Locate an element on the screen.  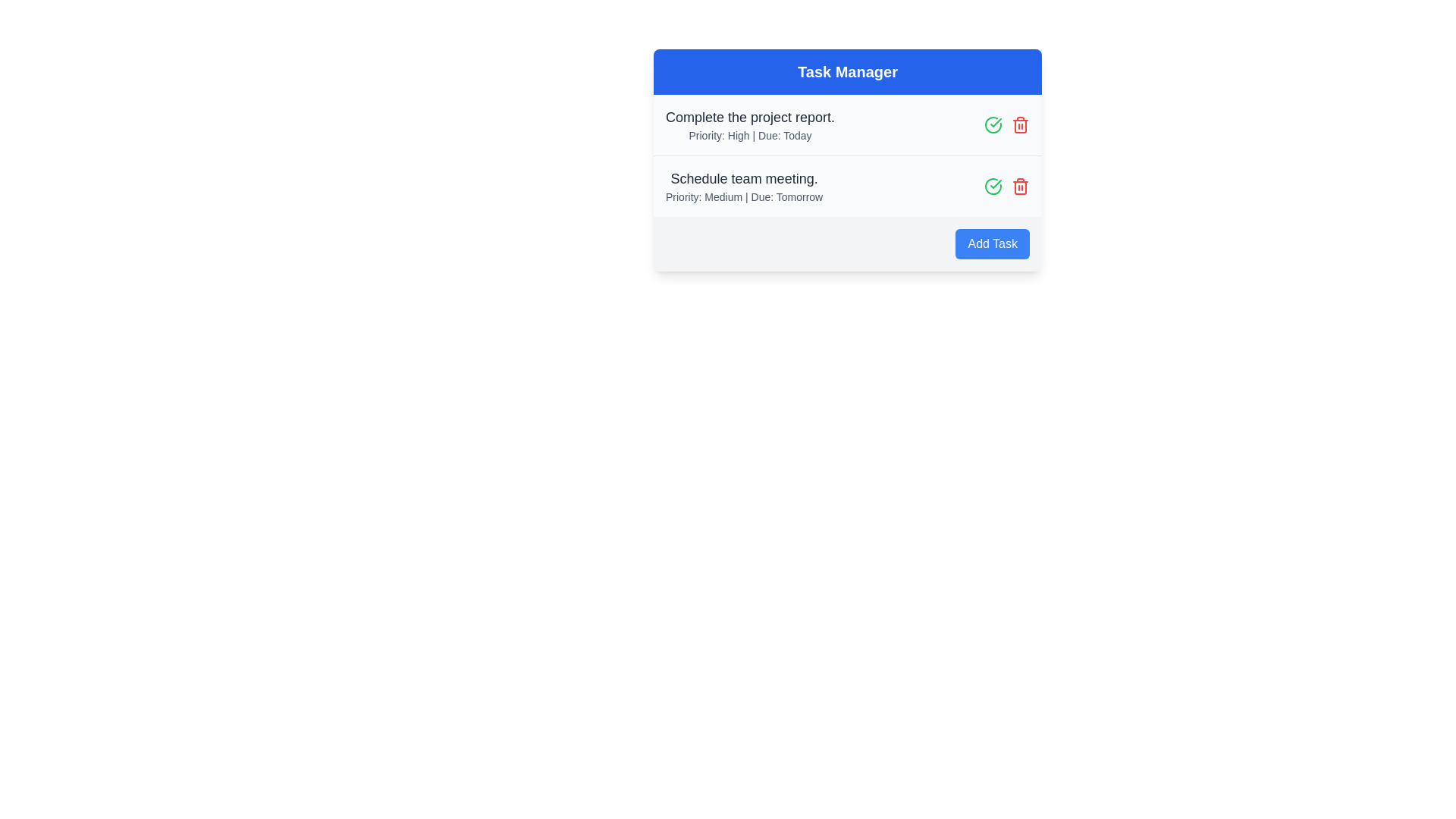
text label displaying 'Priority: High | Due: Today', which is styled in a smaller gray font and located below the task title 'Complete the project report.' in the first task card is located at coordinates (750, 134).